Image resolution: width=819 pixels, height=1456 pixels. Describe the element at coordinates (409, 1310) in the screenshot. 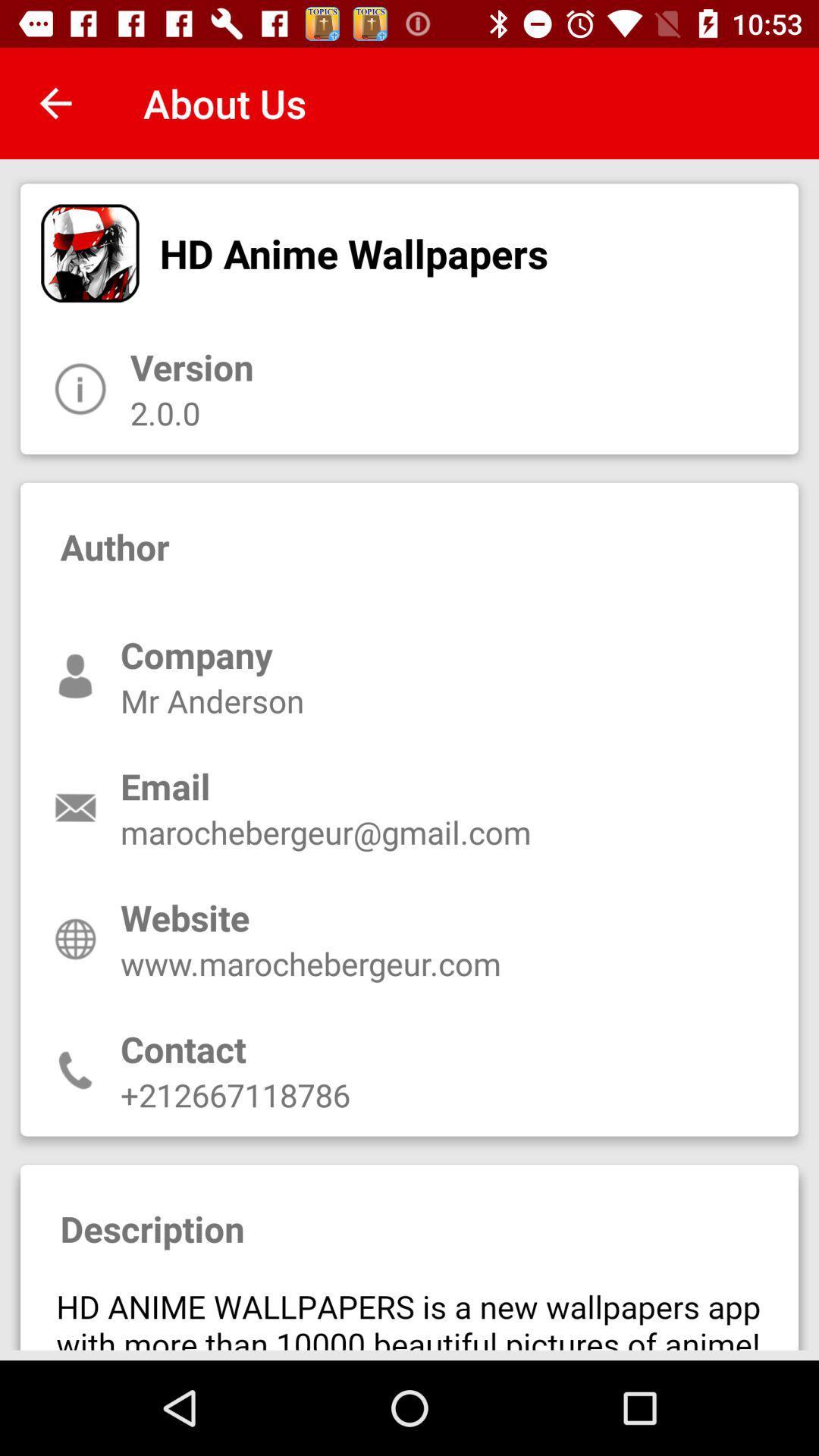

I see `description` at that location.